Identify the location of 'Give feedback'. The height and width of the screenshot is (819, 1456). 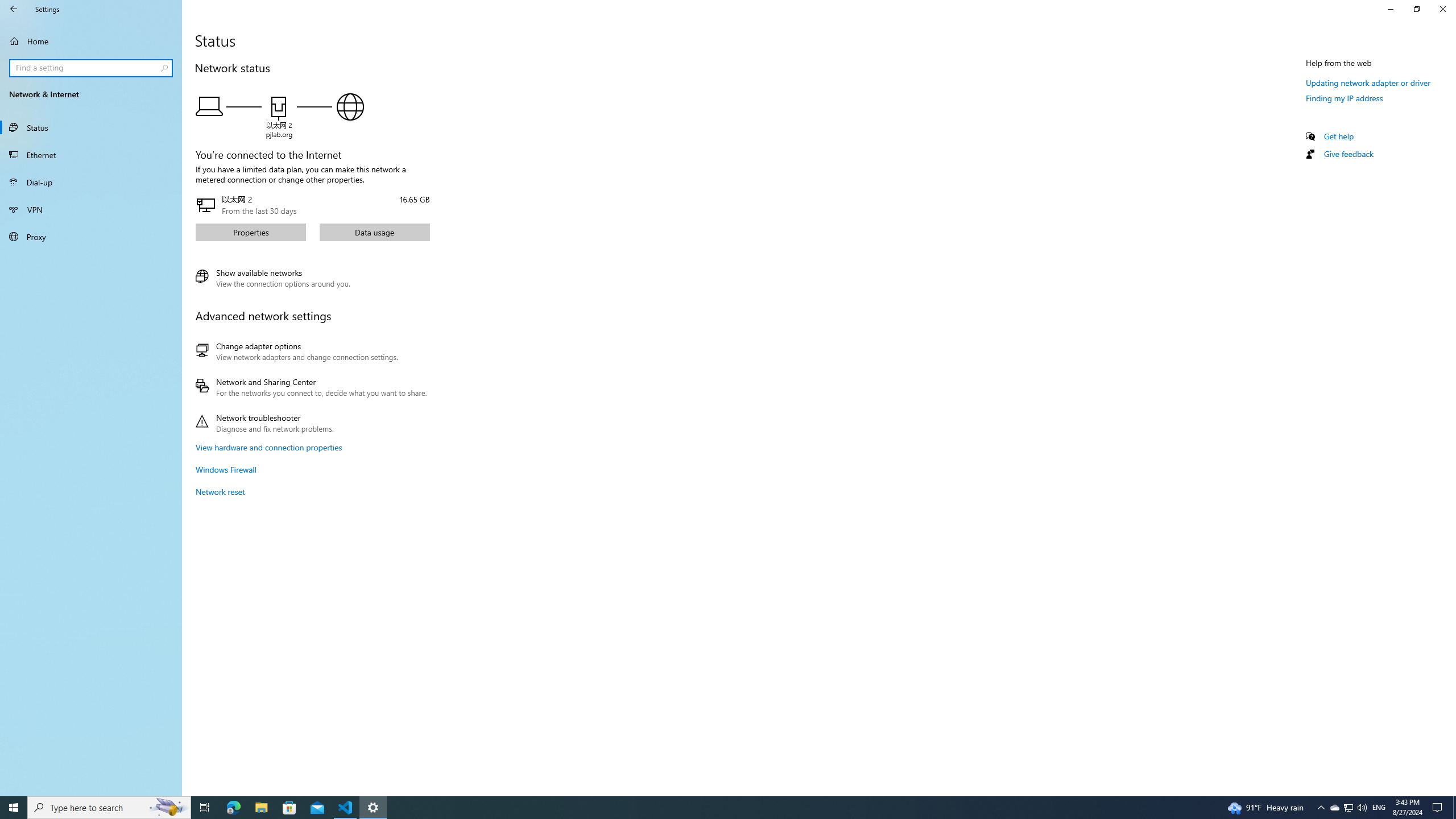
(1347, 153).